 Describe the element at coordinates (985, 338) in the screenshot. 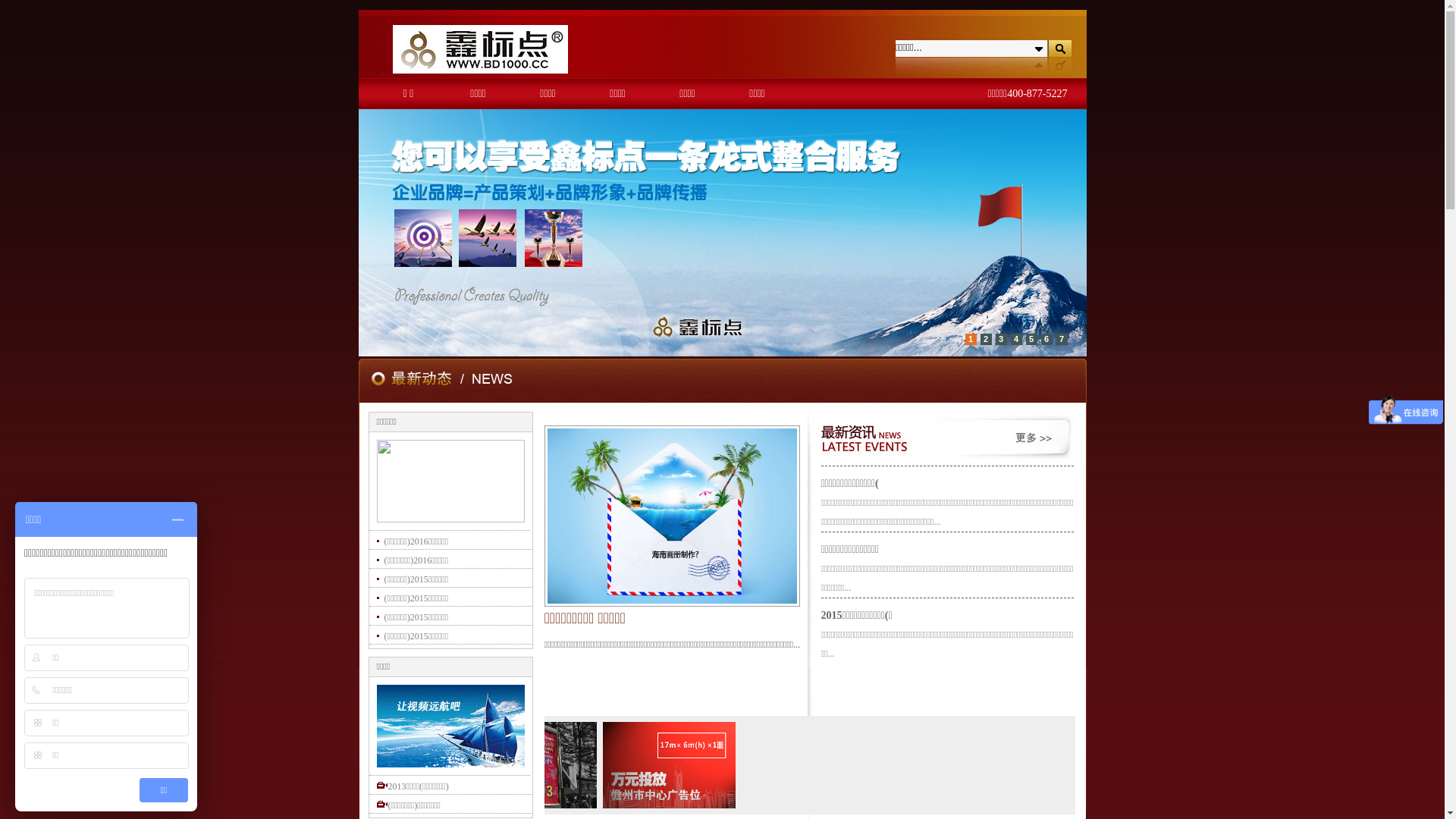

I see `'2'` at that location.